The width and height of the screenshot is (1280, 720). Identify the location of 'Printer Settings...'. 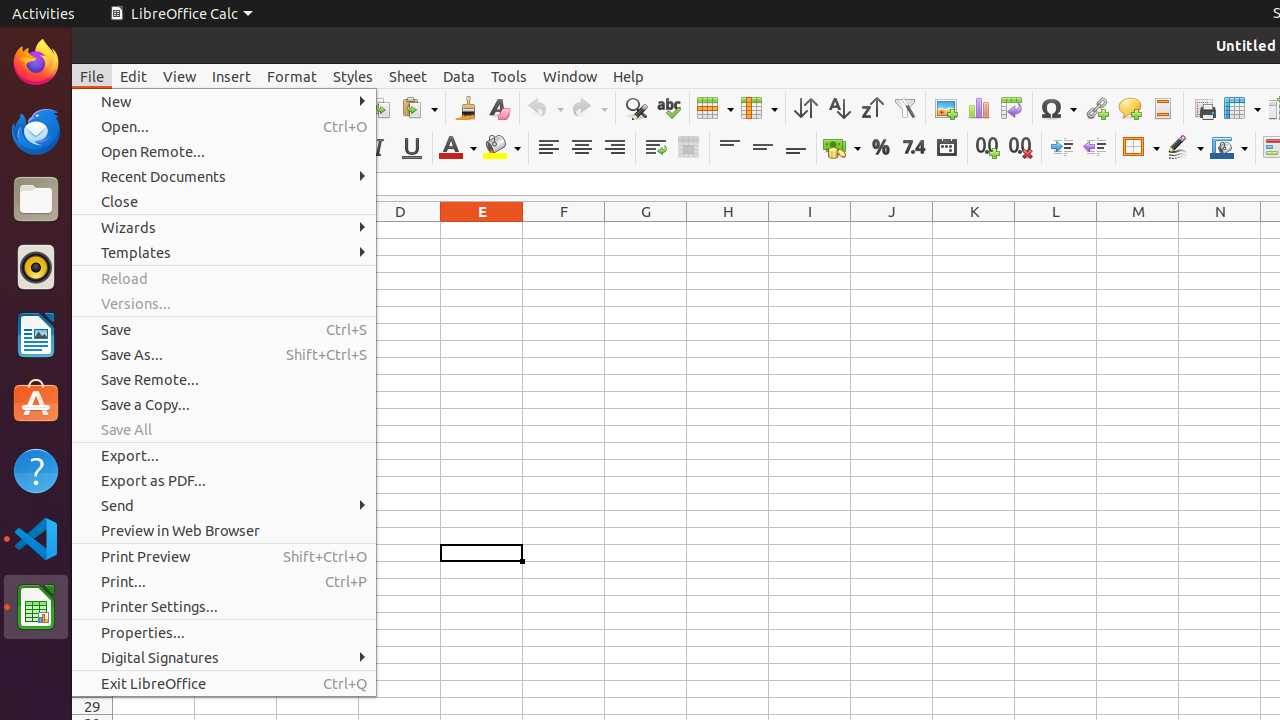
(224, 605).